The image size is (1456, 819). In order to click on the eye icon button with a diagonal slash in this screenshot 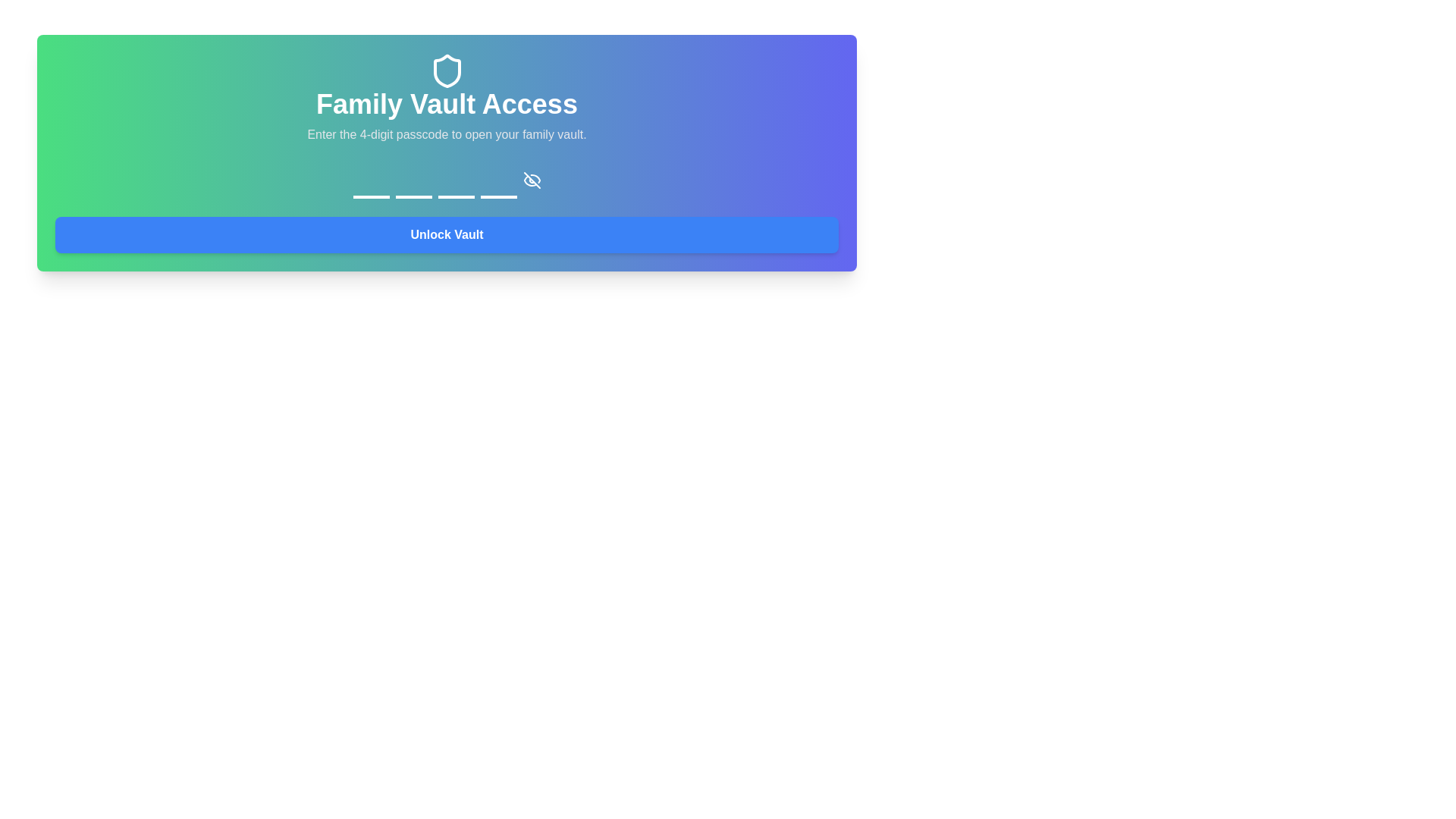, I will do `click(532, 180)`.